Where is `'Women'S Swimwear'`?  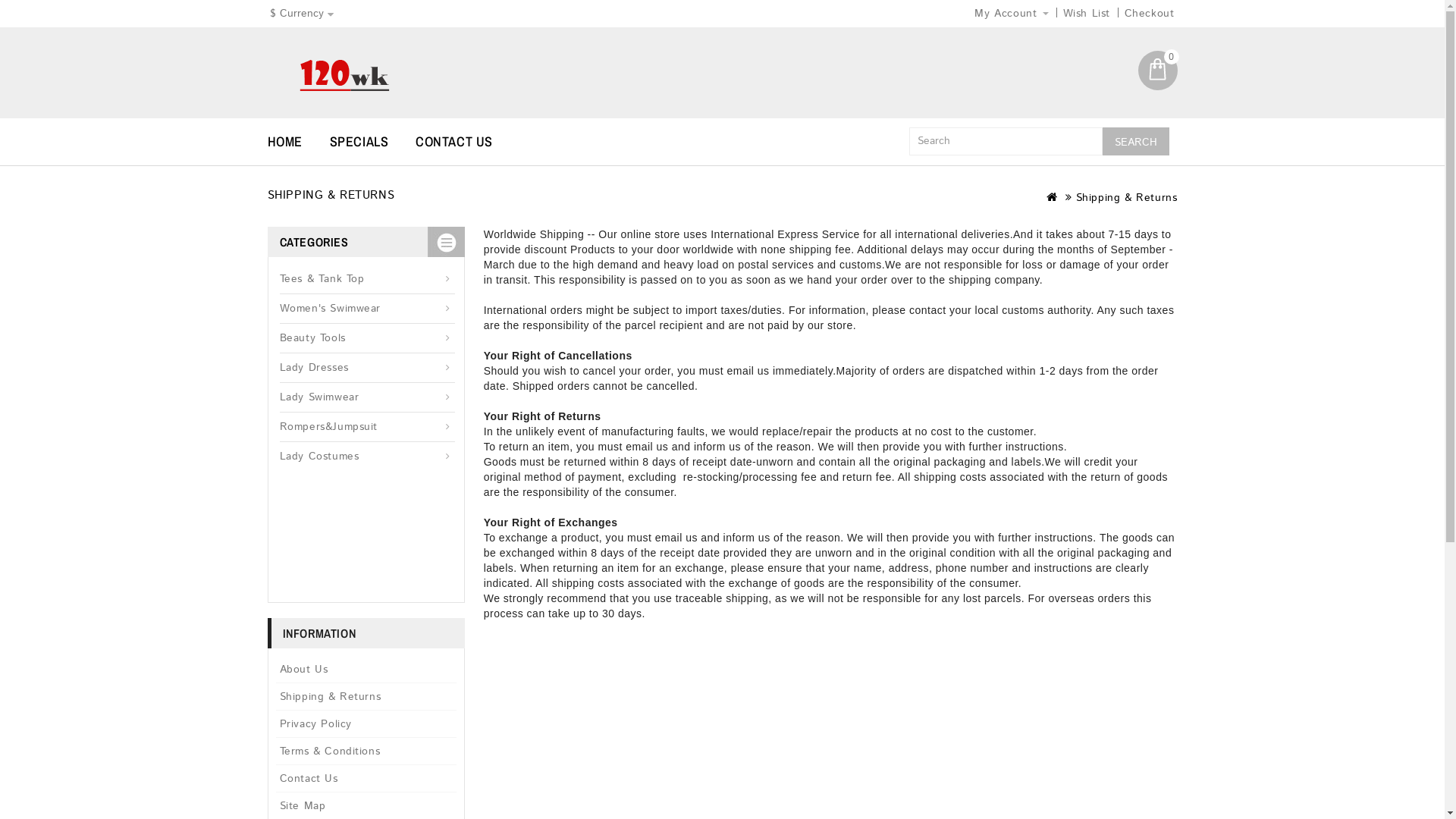 'Women'S Swimwear' is located at coordinates (366, 308).